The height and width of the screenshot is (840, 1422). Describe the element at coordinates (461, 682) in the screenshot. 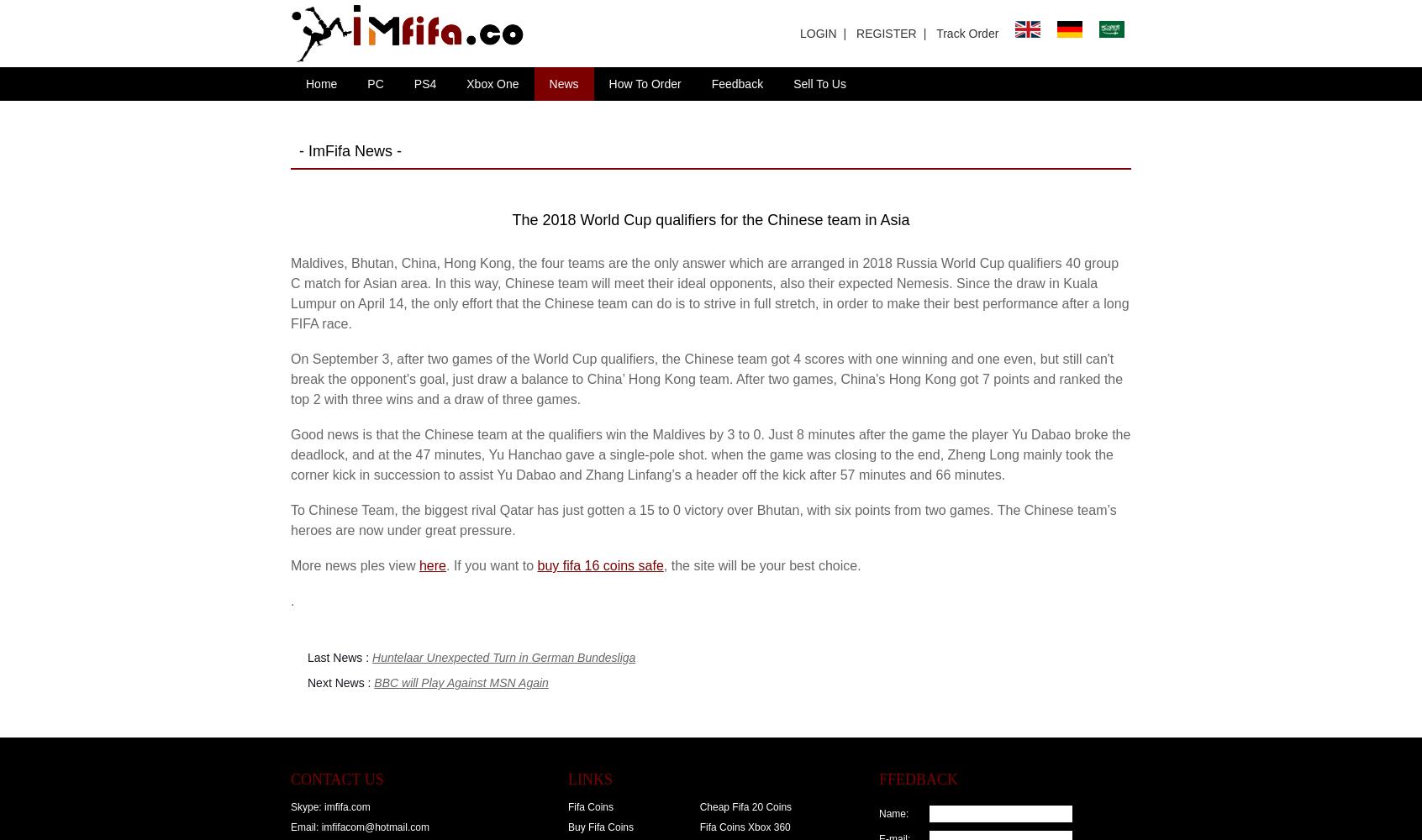

I see `'BBC will Play Against MSN Again'` at that location.